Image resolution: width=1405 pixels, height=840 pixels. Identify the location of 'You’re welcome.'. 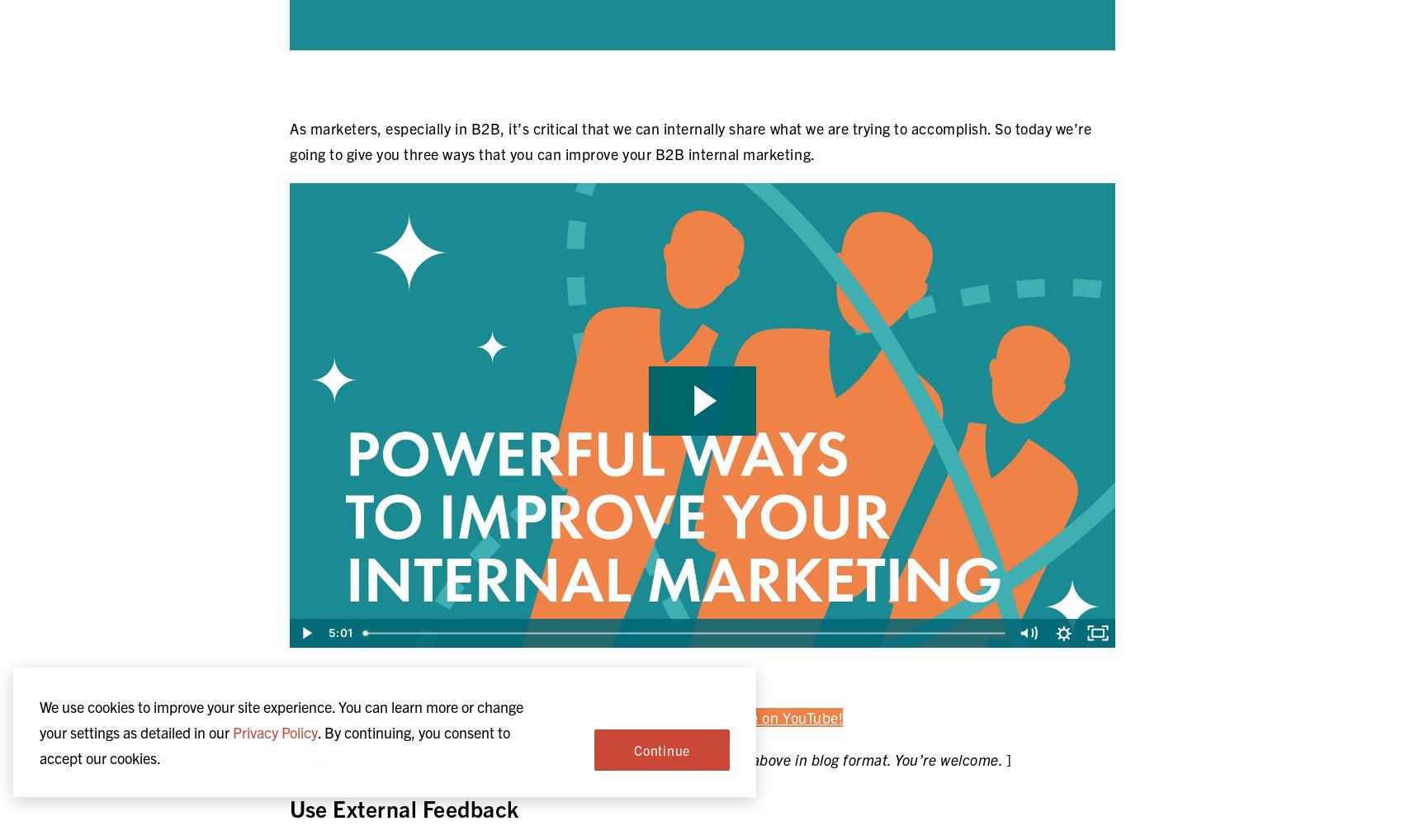
(950, 757).